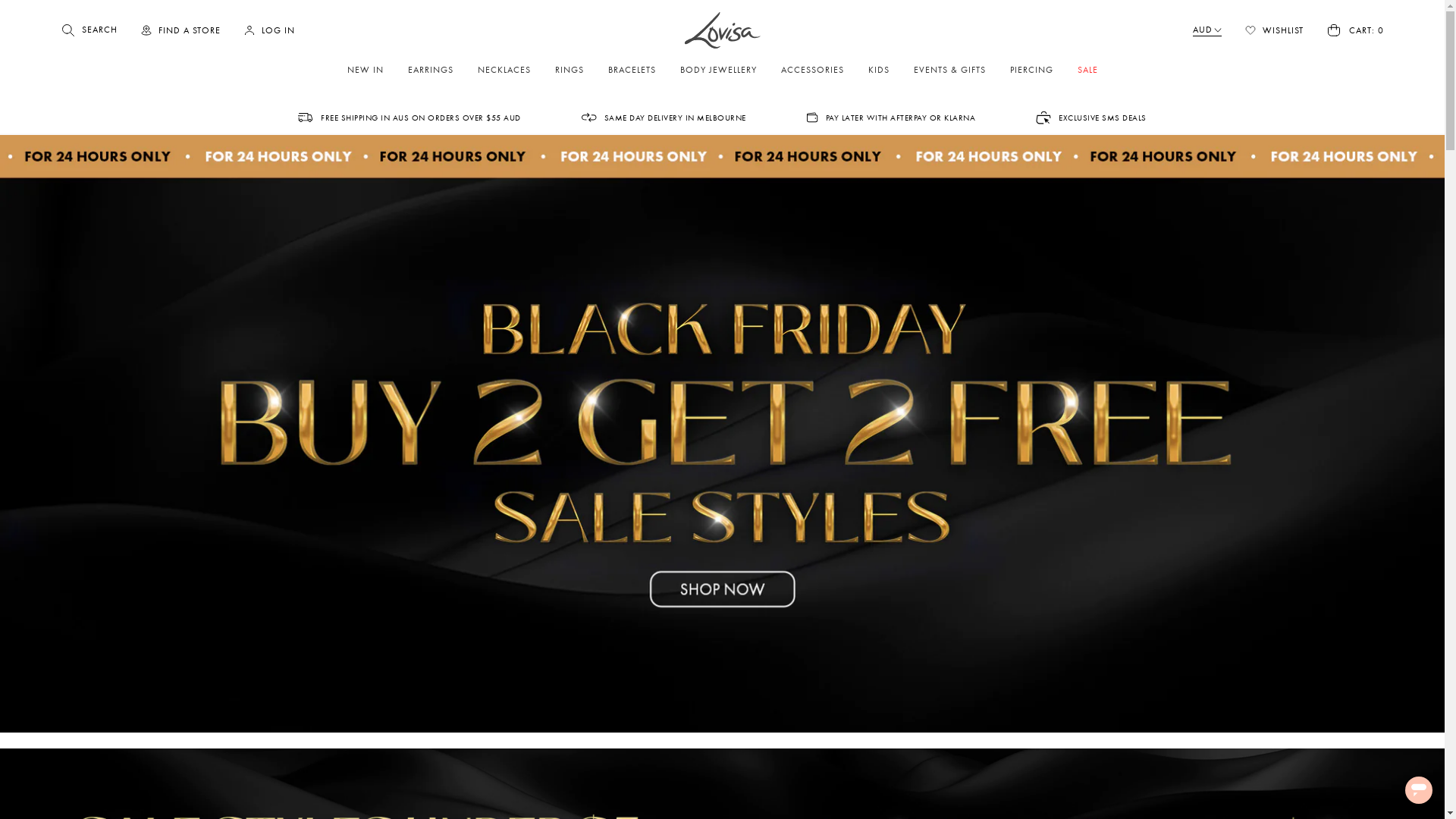 This screenshot has height=819, width=1456. I want to click on 'PIERCING', so click(1031, 70).